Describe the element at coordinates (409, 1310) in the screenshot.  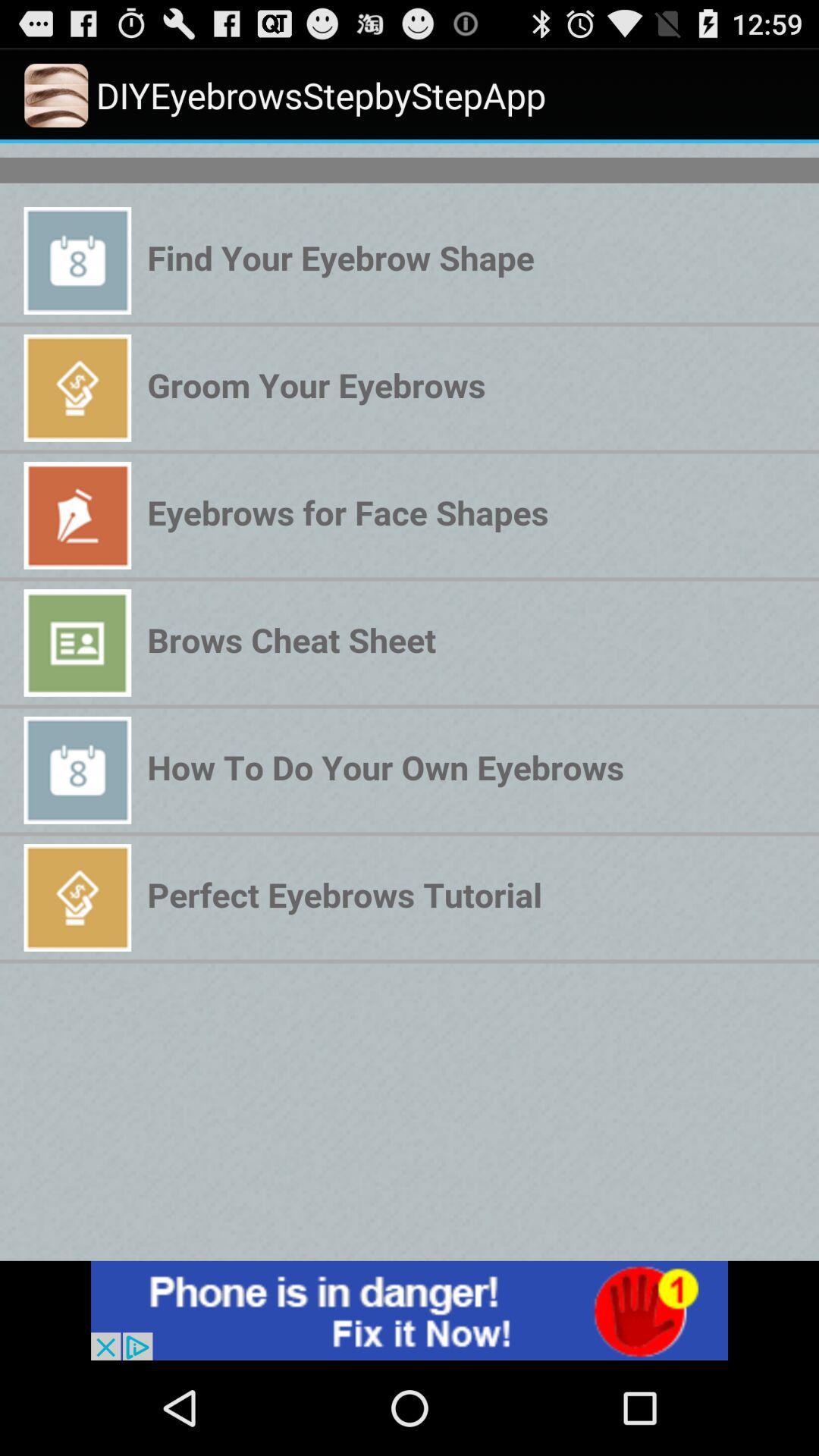
I see `advertisement` at that location.